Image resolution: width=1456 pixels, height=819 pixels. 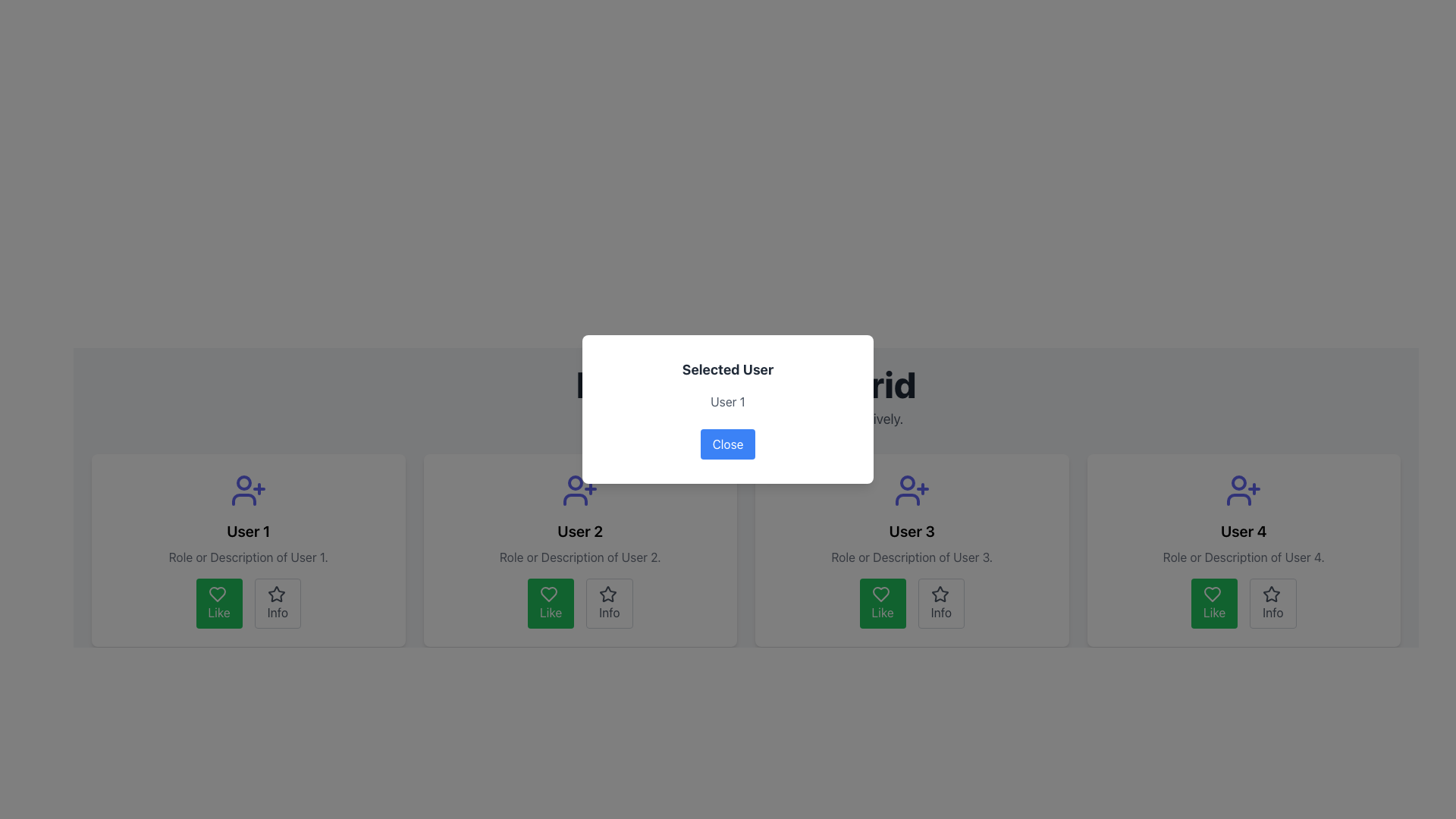 What do you see at coordinates (880, 593) in the screenshot?
I see `the heart-shaped icon with a gray border that is part of the 'Like' button located below the 'User 3' panel` at bounding box center [880, 593].